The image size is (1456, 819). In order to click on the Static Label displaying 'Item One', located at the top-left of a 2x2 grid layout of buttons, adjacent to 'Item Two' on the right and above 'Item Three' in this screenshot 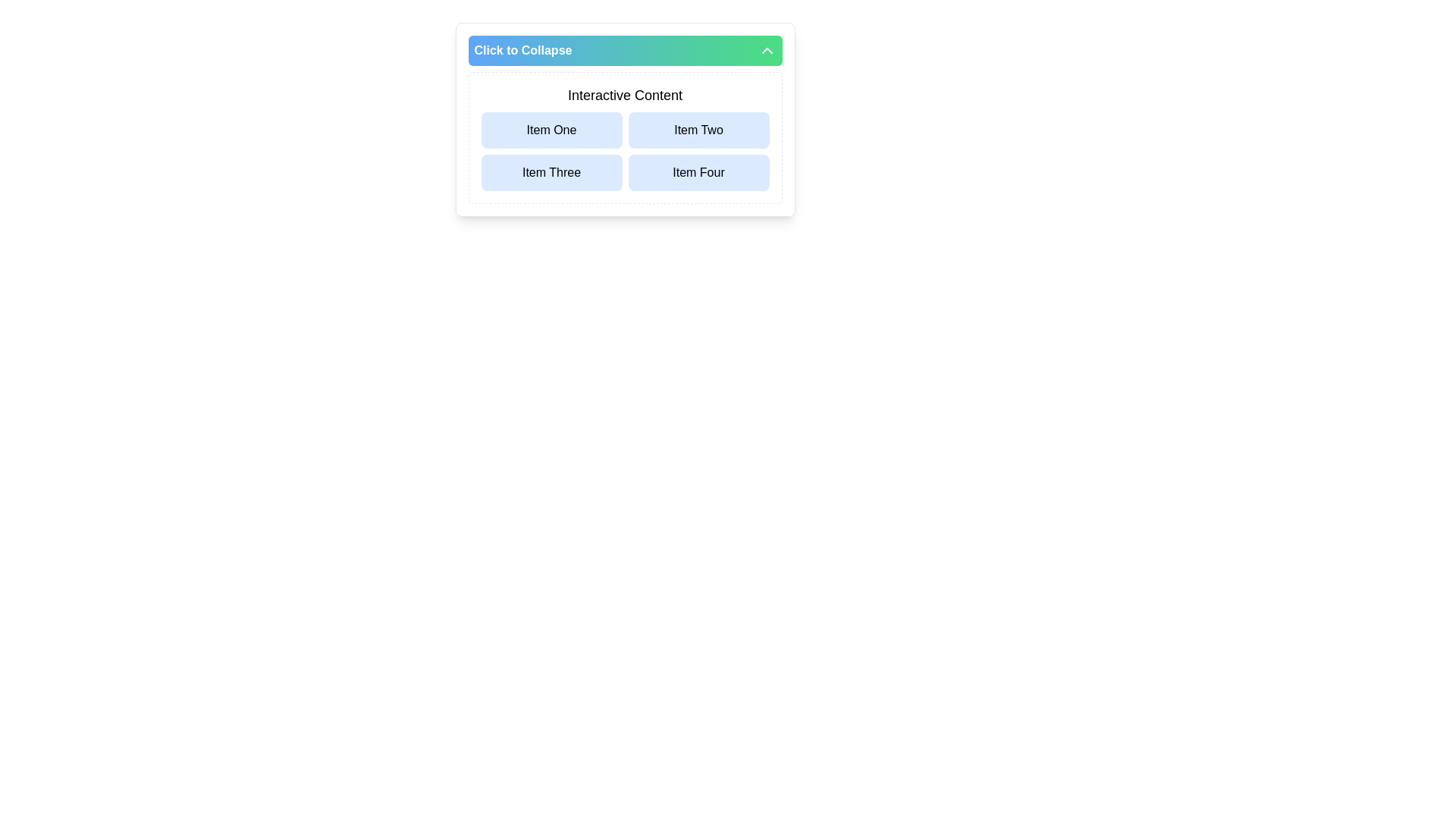, I will do `click(551, 130)`.